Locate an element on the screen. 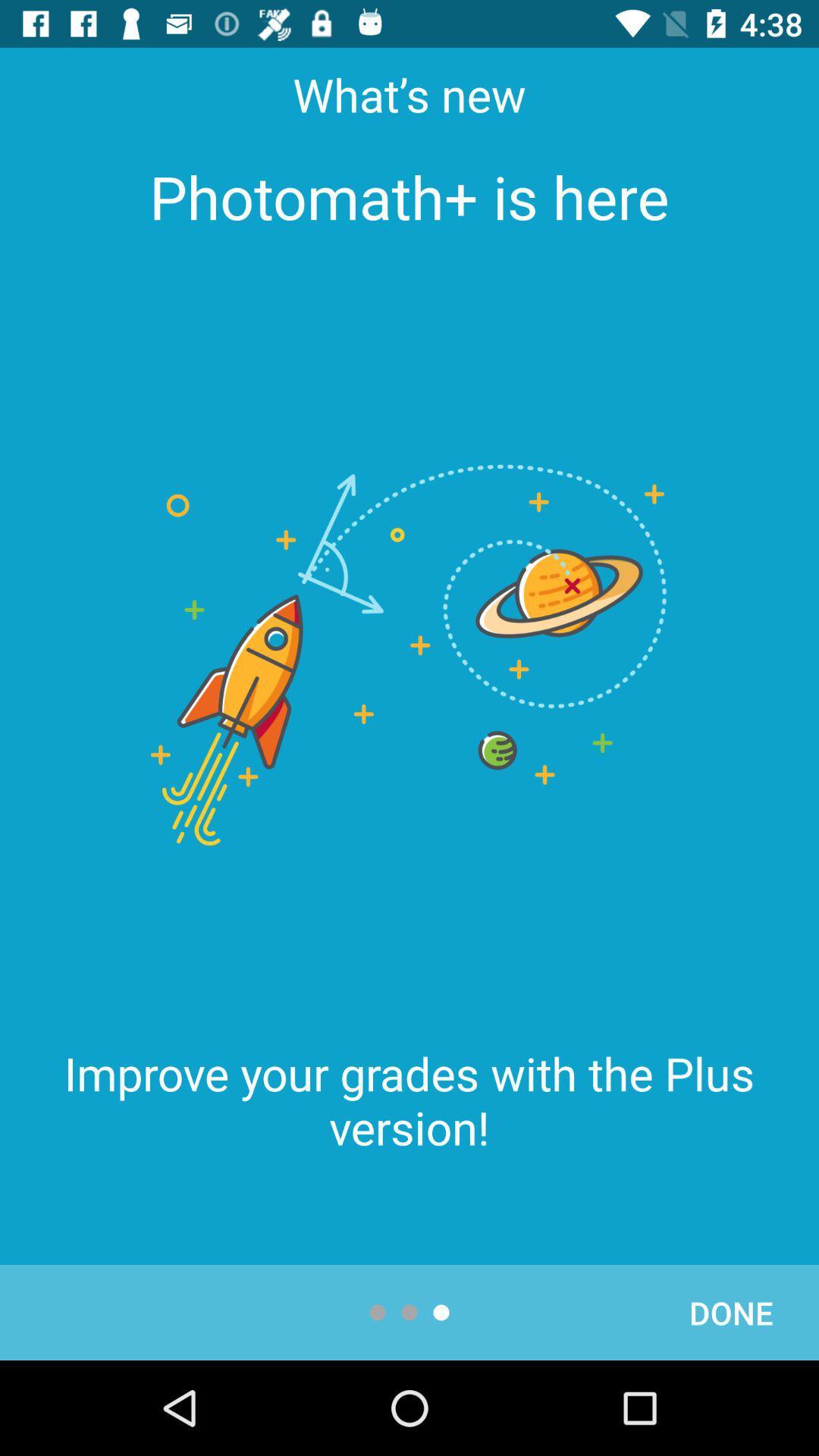 Image resolution: width=819 pixels, height=1456 pixels. item below improve your grades icon is located at coordinates (730, 1312).